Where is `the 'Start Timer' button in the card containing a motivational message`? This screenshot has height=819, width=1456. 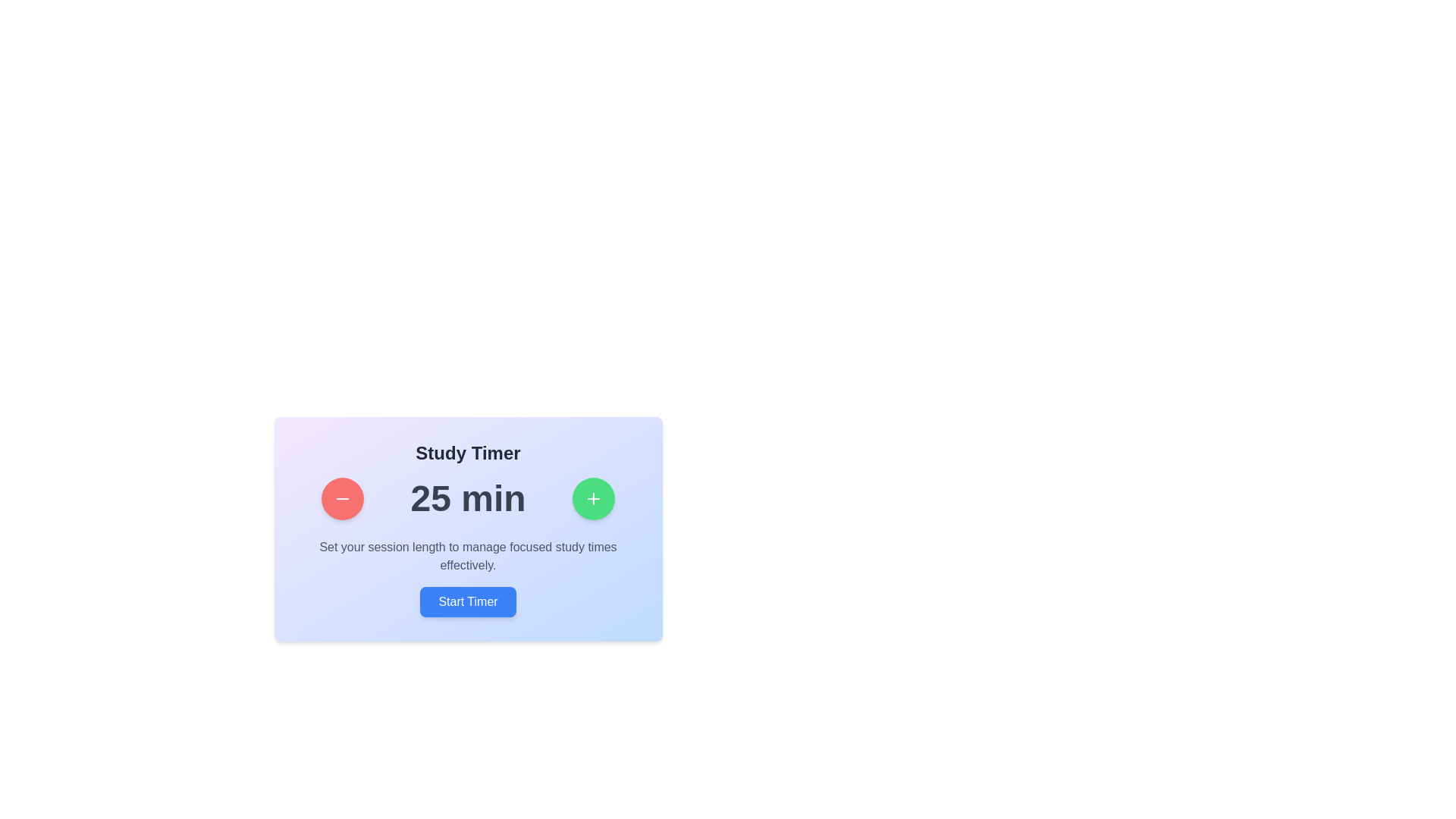
the 'Start Timer' button in the card containing a motivational message is located at coordinates (467, 578).